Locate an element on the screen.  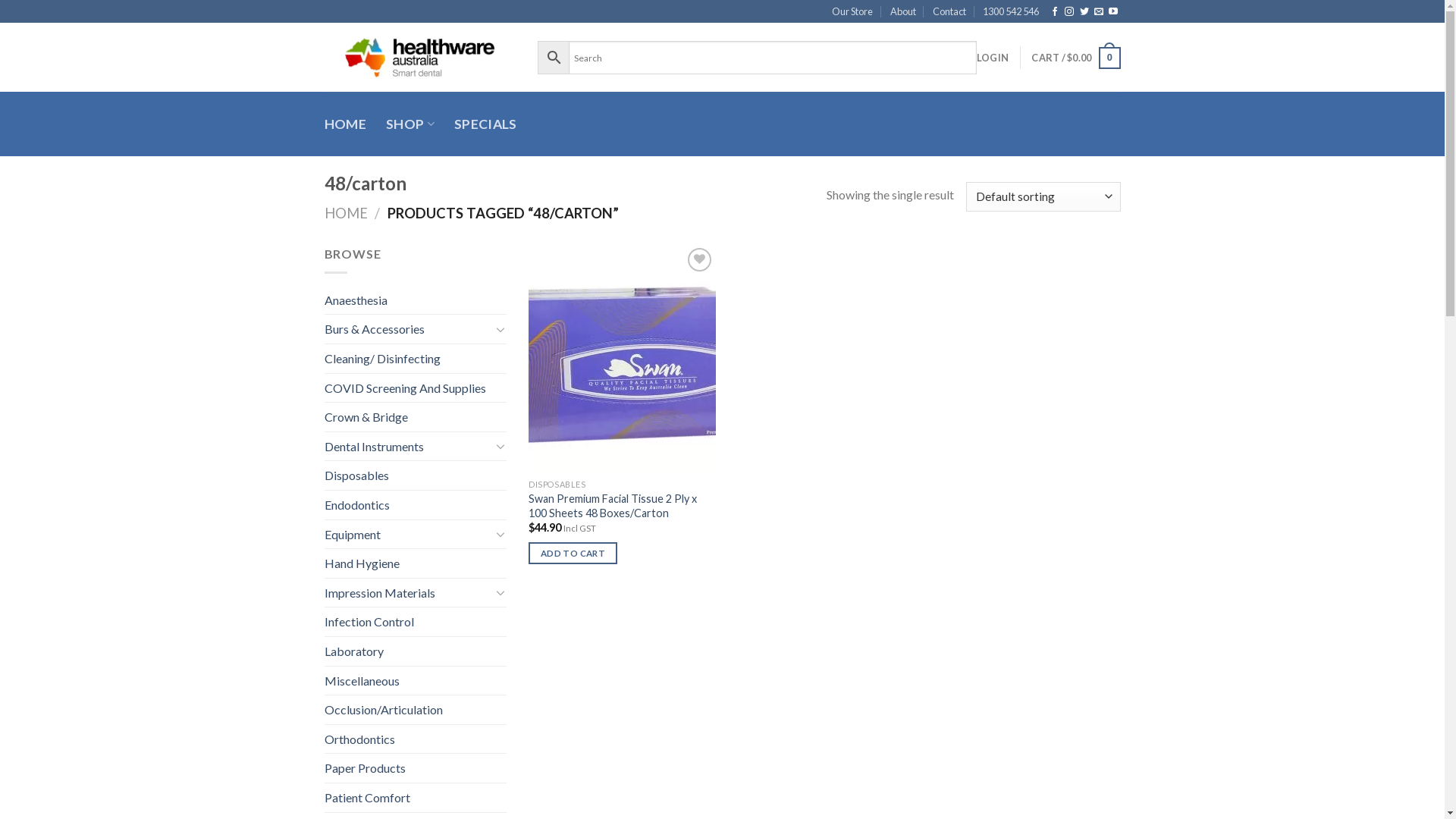
'Cleaning/ Disinfecting' is located at coordinates (415, 359).